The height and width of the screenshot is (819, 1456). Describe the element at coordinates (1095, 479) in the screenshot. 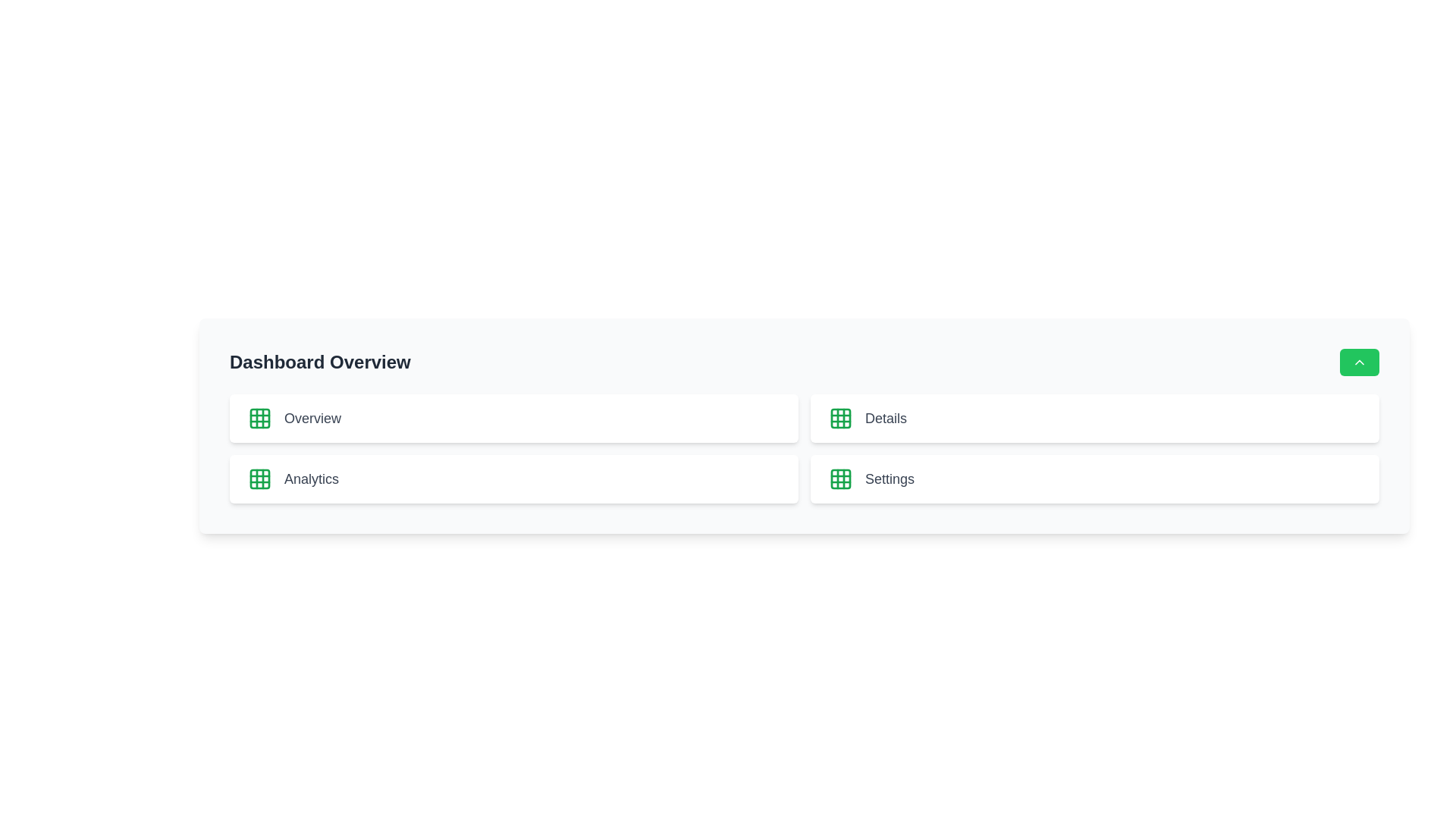

I see `the 'Settings' card located in the lower-right corner of the grid layout` at that location.